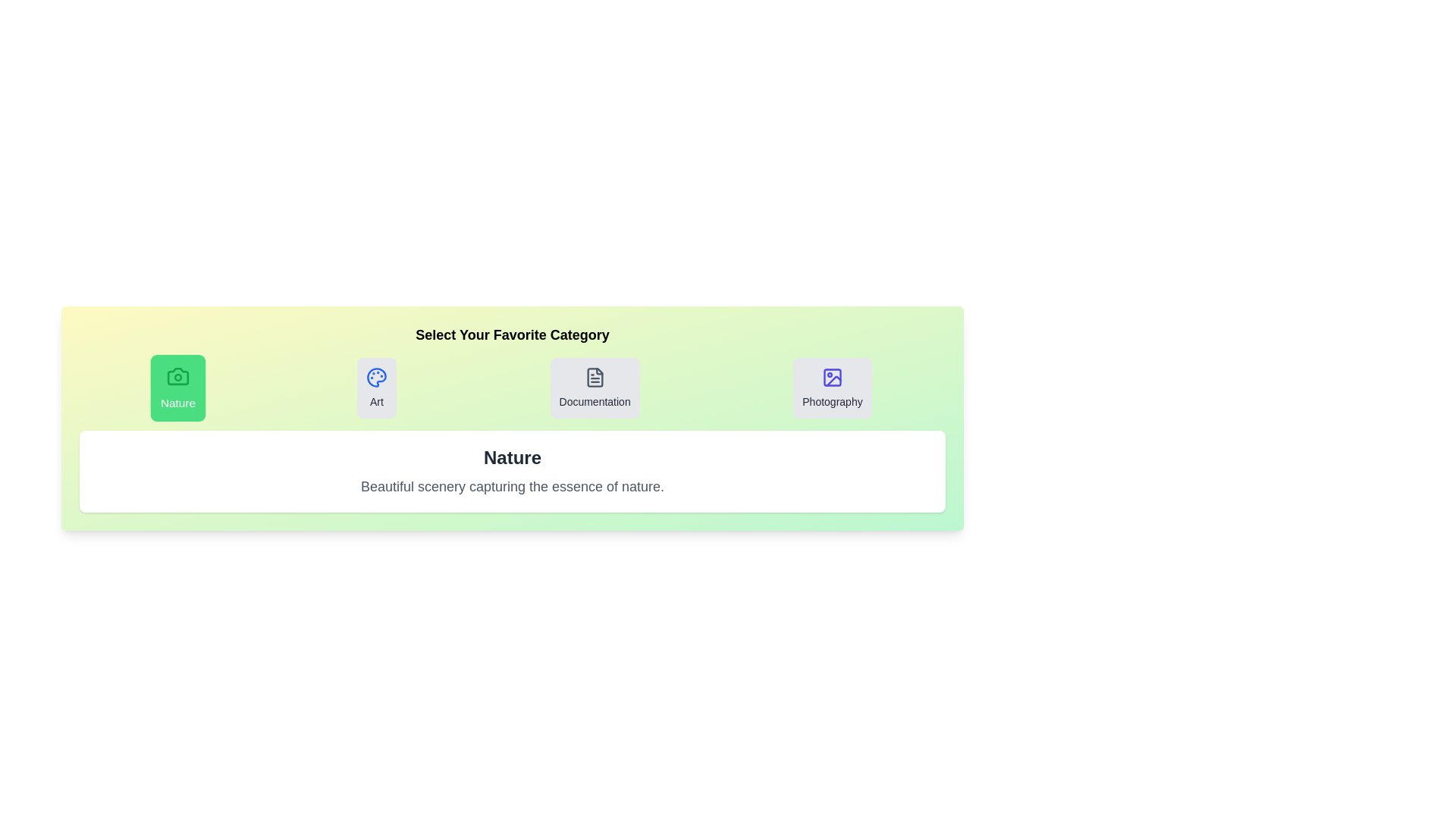 The width and height of the screenshot is (1456, 819). I want to click on the category title Documentation to select it, so click(593, 388).